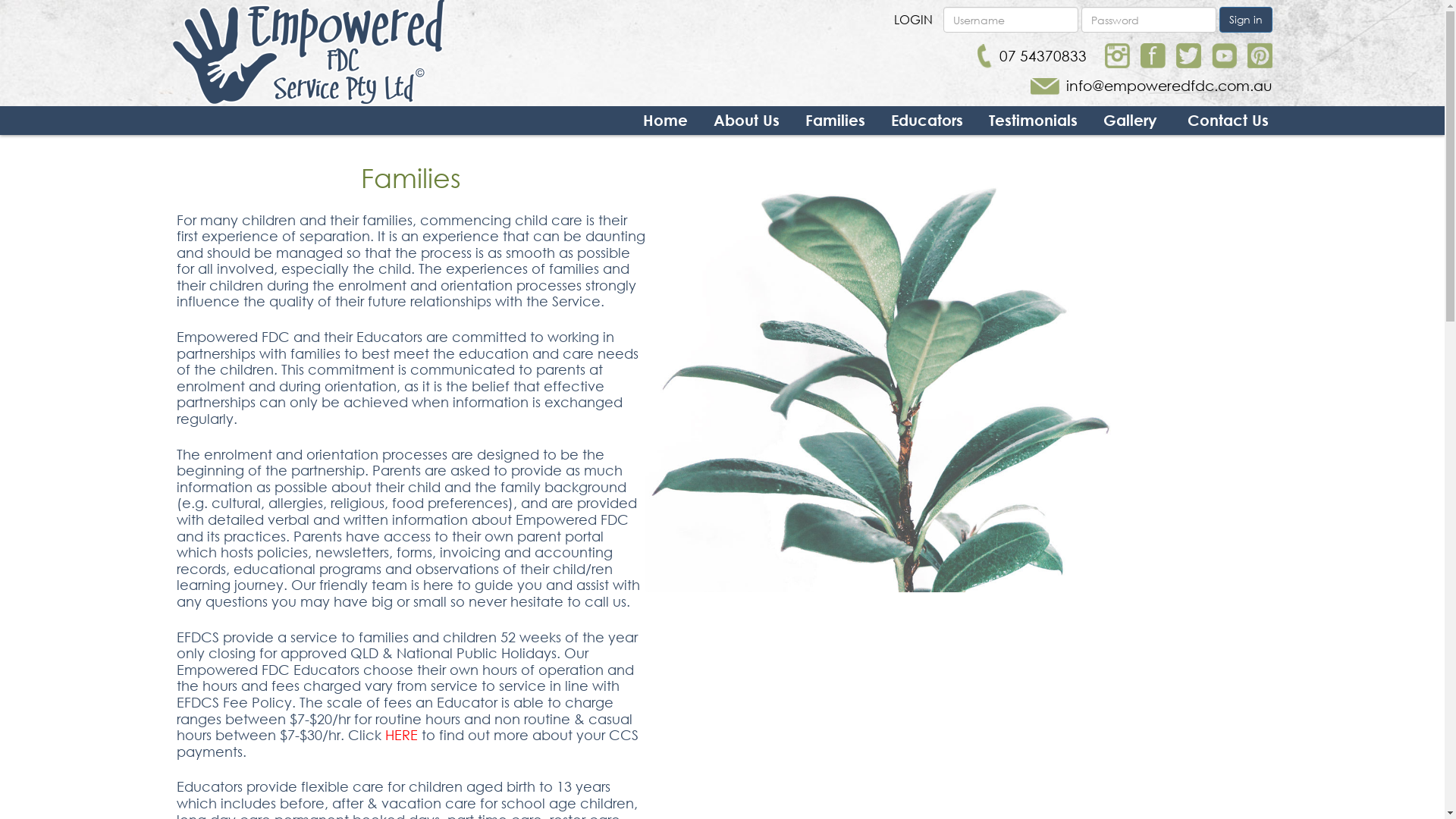 This screenshot has height=819, width=1456. What do you see at coordinates (745, 119) in the screenshot?
I see `'About Us'` at bounding box center [745, 119].